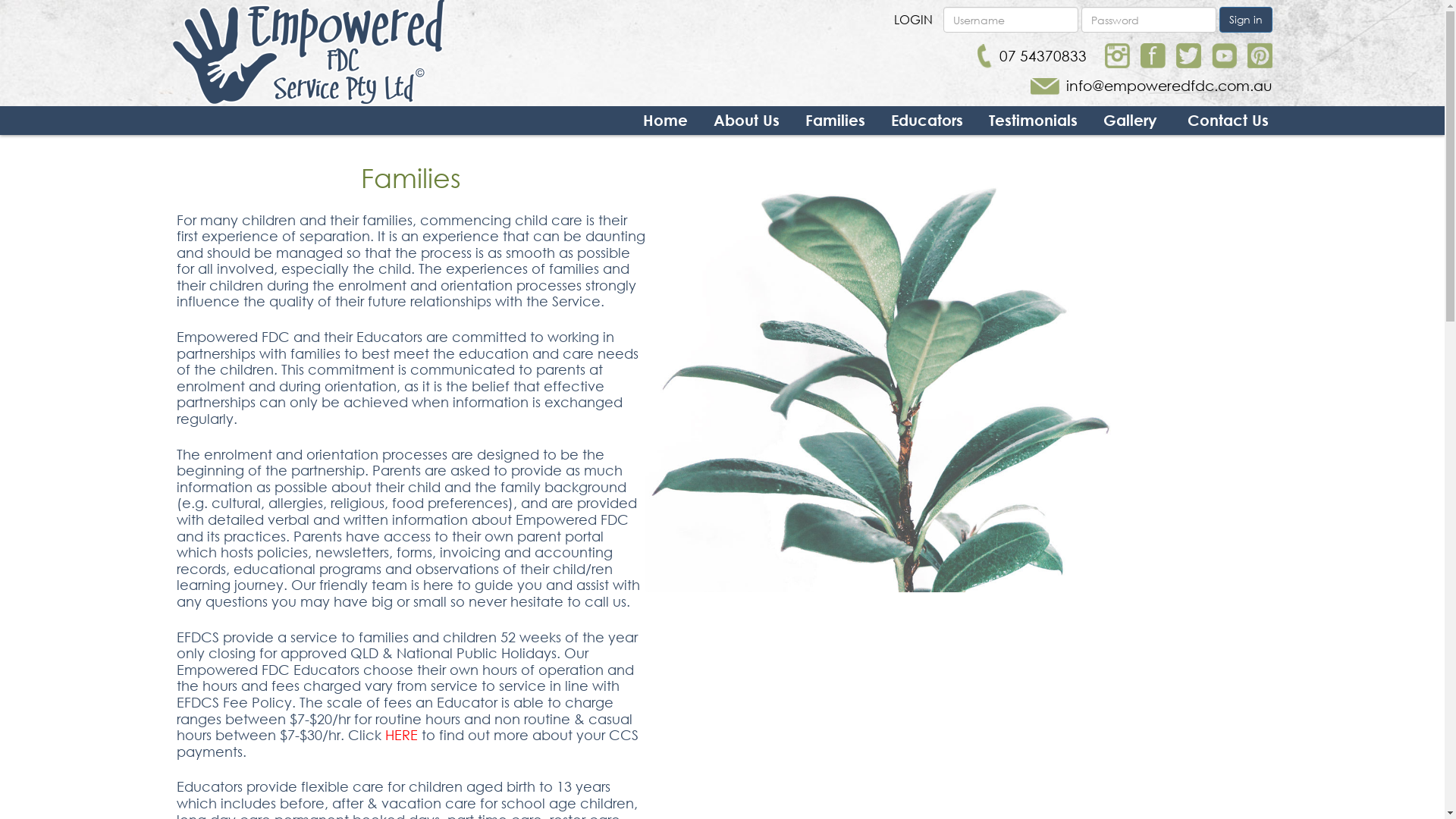 This screenshot has height=819, width=1456. What do you see at coordinates (745, 119) in the screenshot?
I see `'About Us'` at bounding box center [745, 119].